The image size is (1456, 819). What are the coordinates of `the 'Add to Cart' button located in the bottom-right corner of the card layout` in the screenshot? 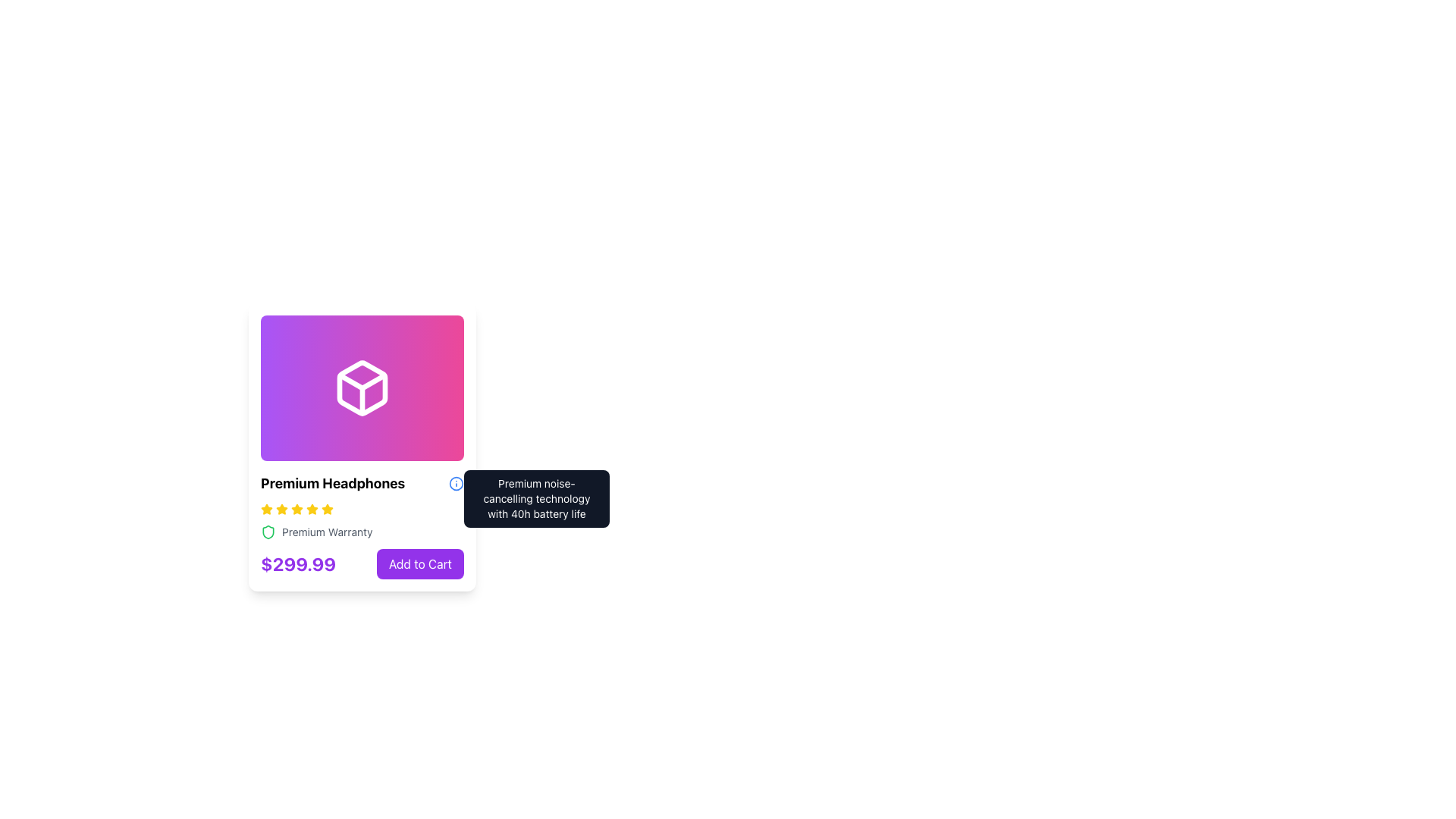 It's located at (420, 564).